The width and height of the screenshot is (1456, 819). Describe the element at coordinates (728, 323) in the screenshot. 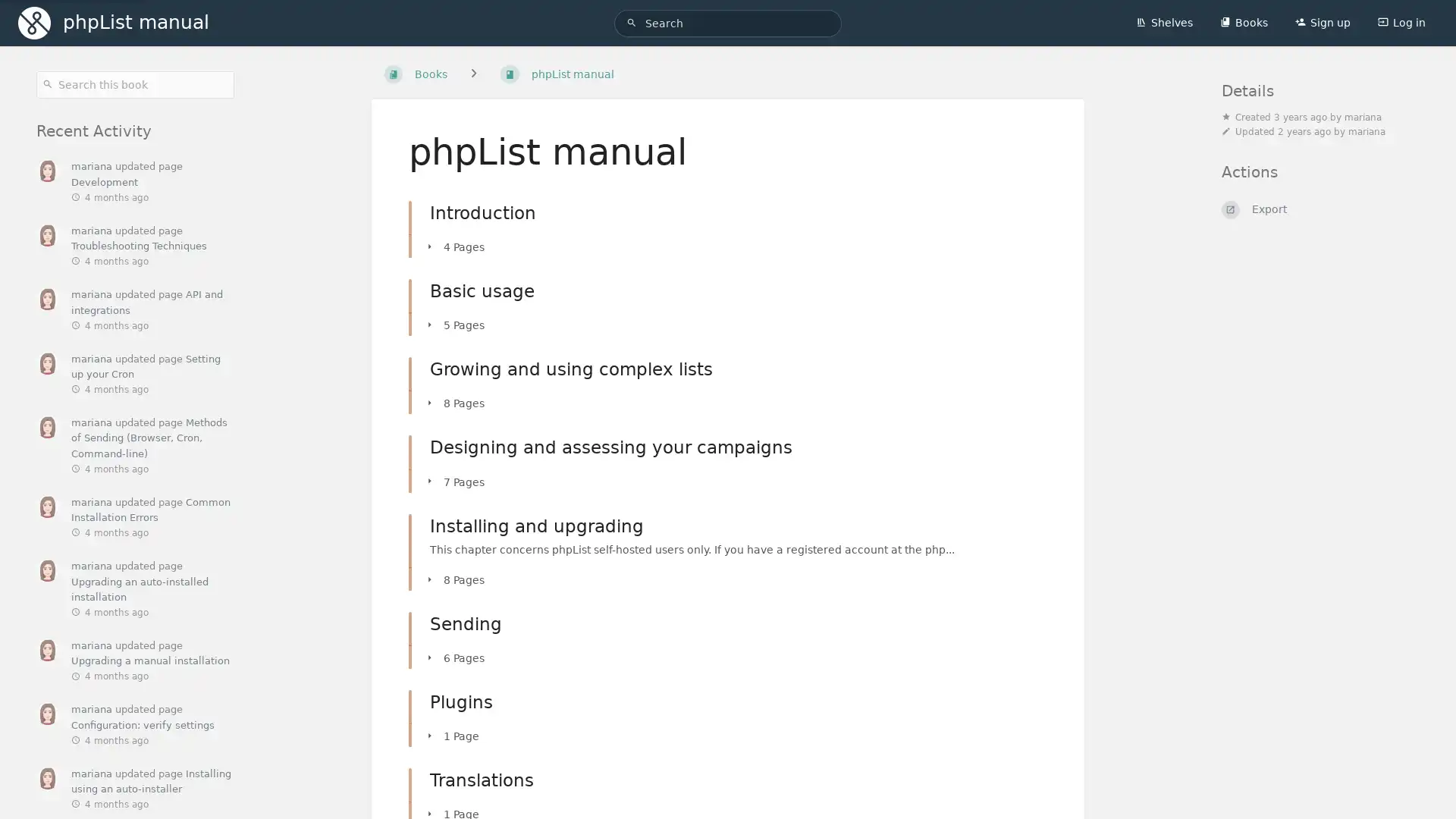

I see `5 Pages` at that location.